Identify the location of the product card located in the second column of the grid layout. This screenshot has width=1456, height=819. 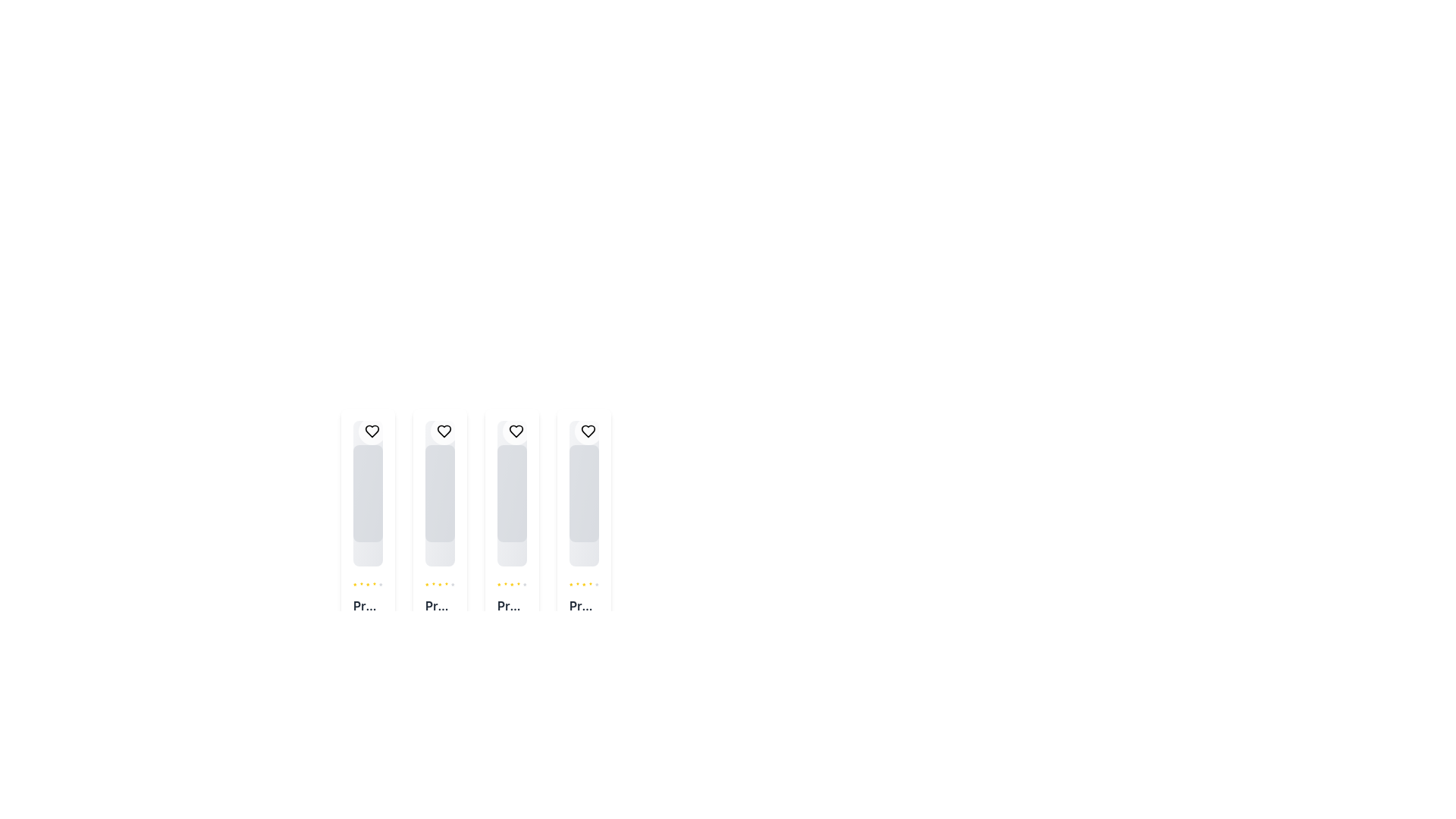
(439, 544).